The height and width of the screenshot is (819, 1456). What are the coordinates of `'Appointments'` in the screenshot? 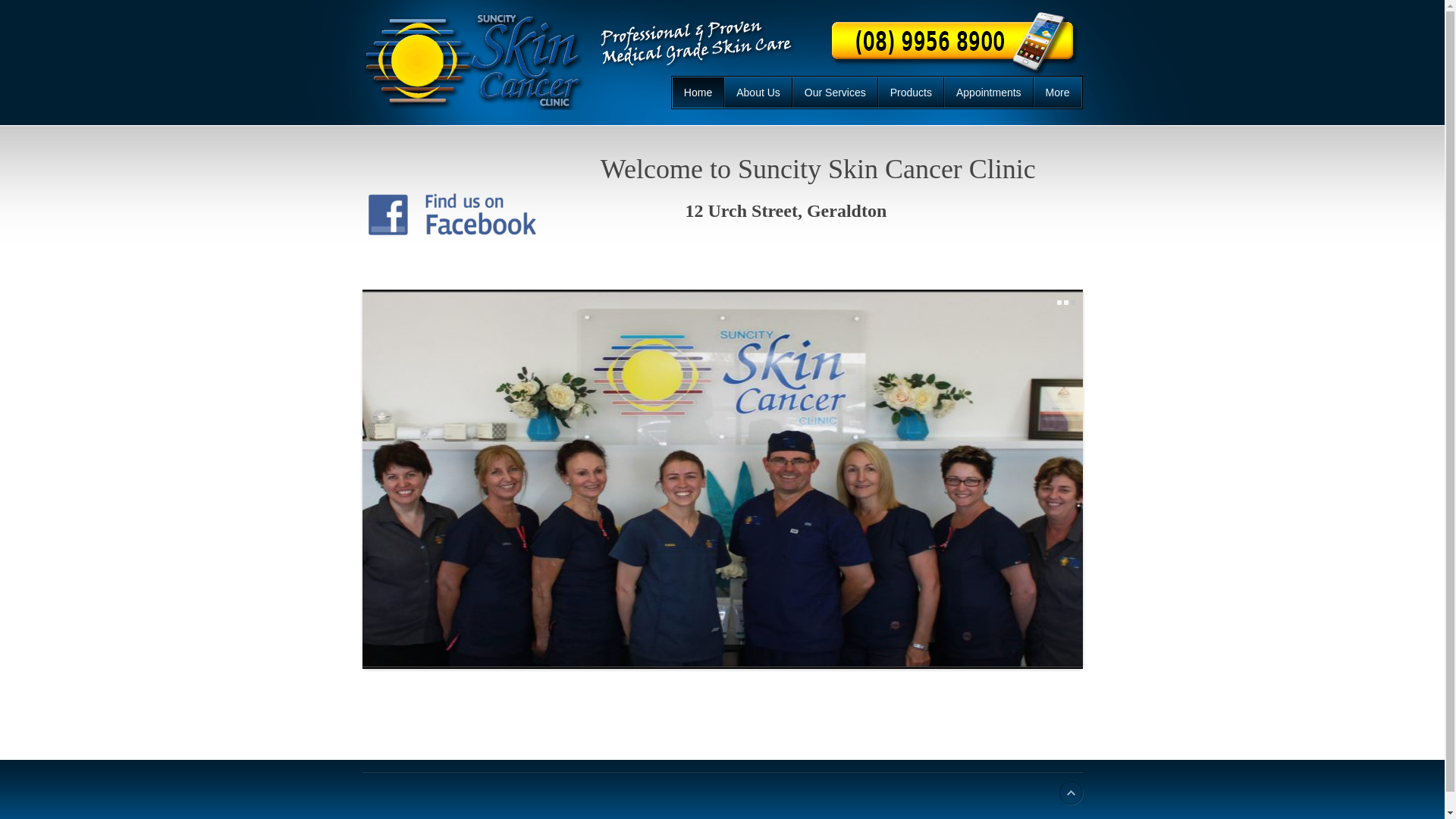 It's located at (989, 93).